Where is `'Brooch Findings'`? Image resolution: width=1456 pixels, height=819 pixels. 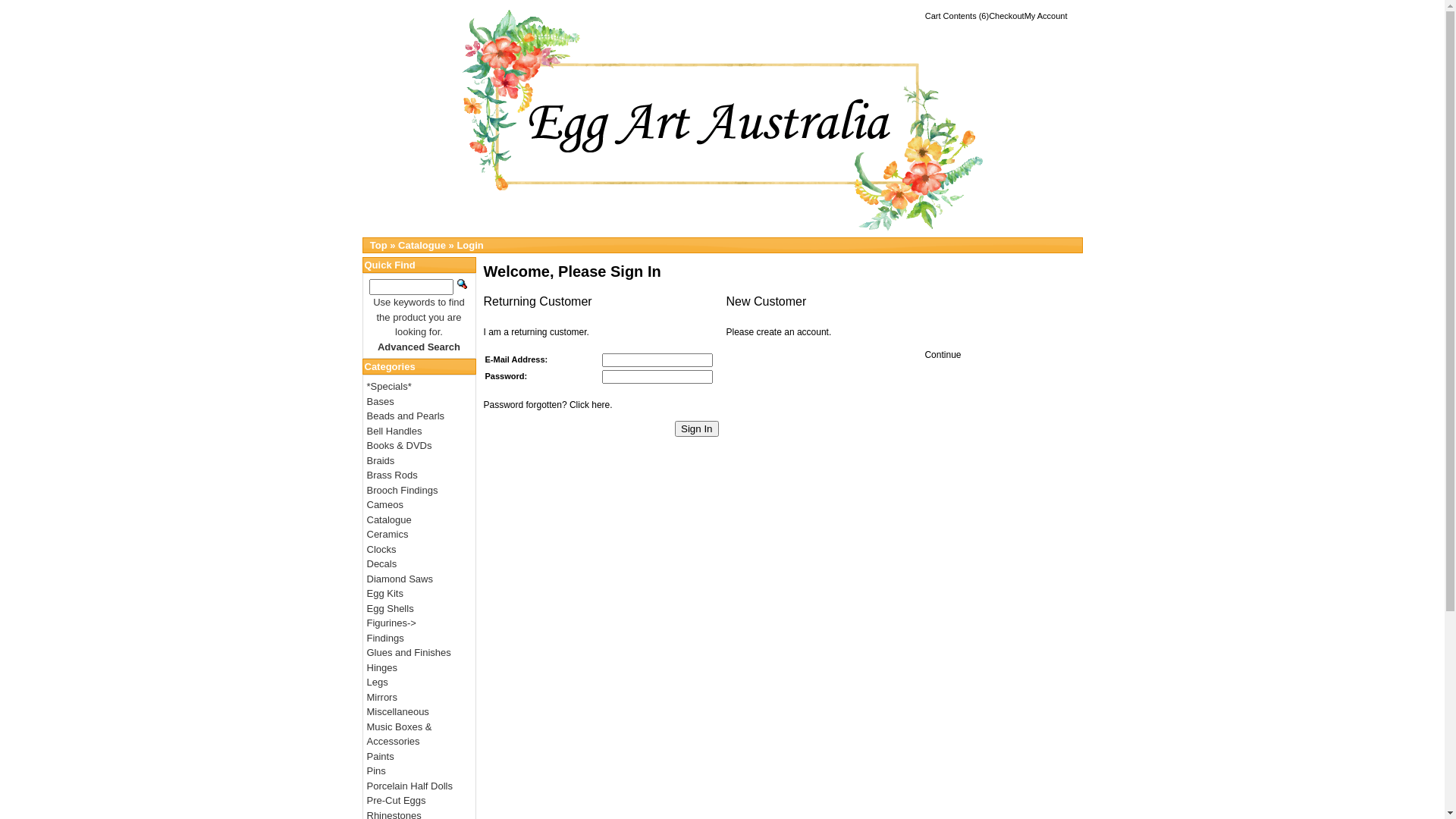
'Brooch Findings' is located at coordinates (403, 489).